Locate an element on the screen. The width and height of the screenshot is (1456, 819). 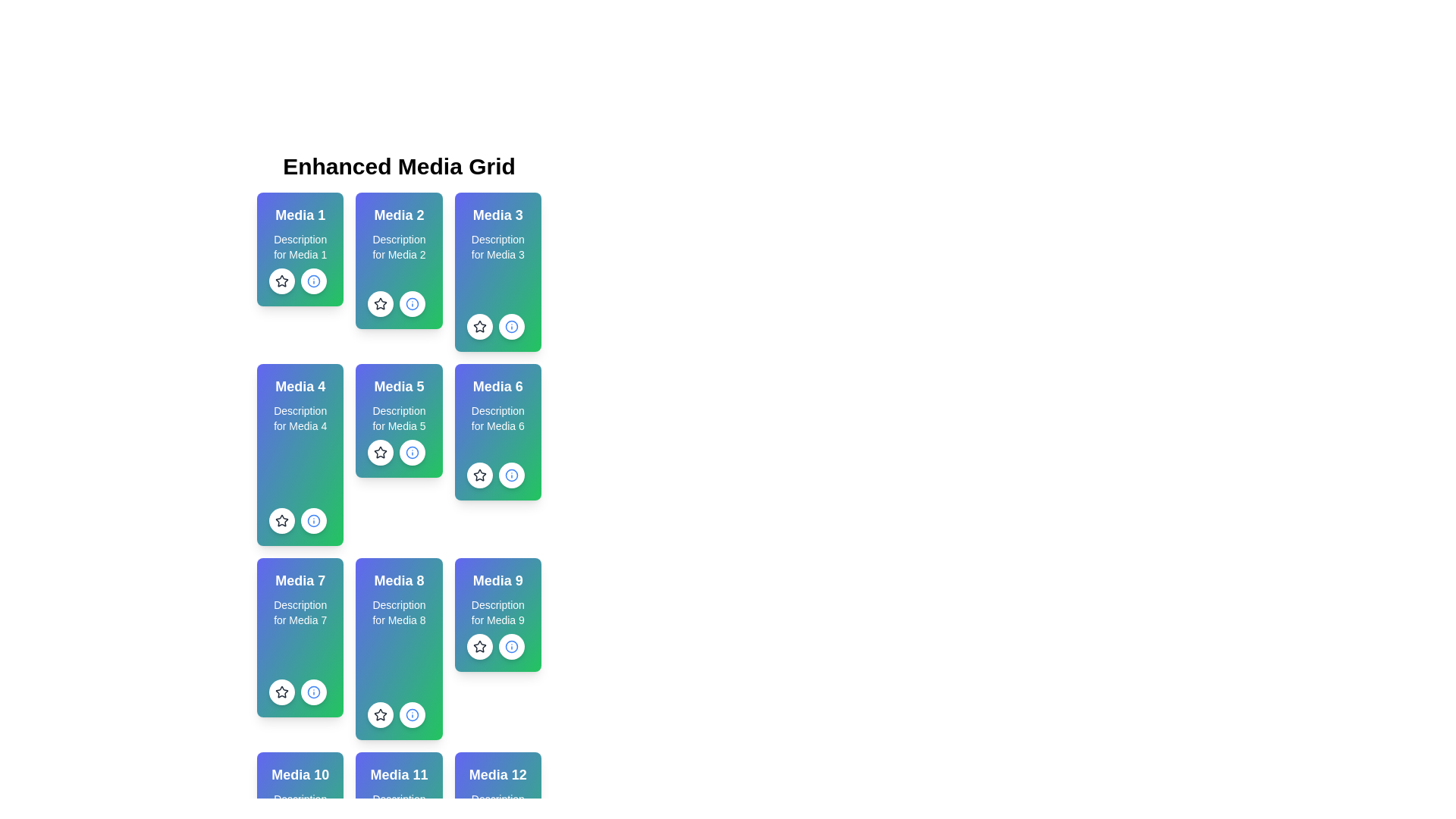
the text label displaying 'Media 1' for accessibility navigation is located at coordinates (300, 215).